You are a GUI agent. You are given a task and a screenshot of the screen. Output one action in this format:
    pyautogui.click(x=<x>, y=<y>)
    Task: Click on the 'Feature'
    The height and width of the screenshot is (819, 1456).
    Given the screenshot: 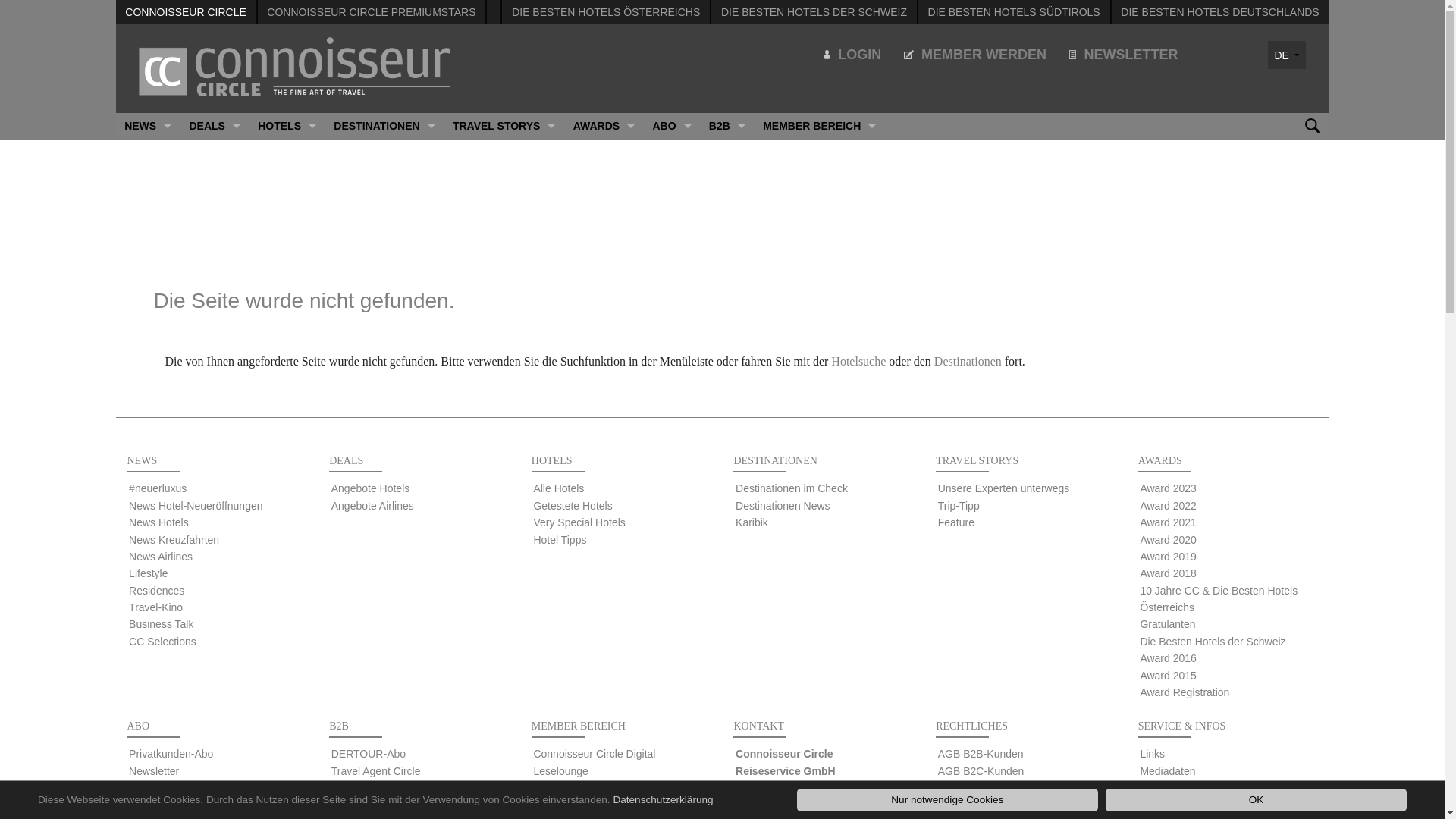 What is the action you would take?
    pyautogui.click(x=937, y=522)
    